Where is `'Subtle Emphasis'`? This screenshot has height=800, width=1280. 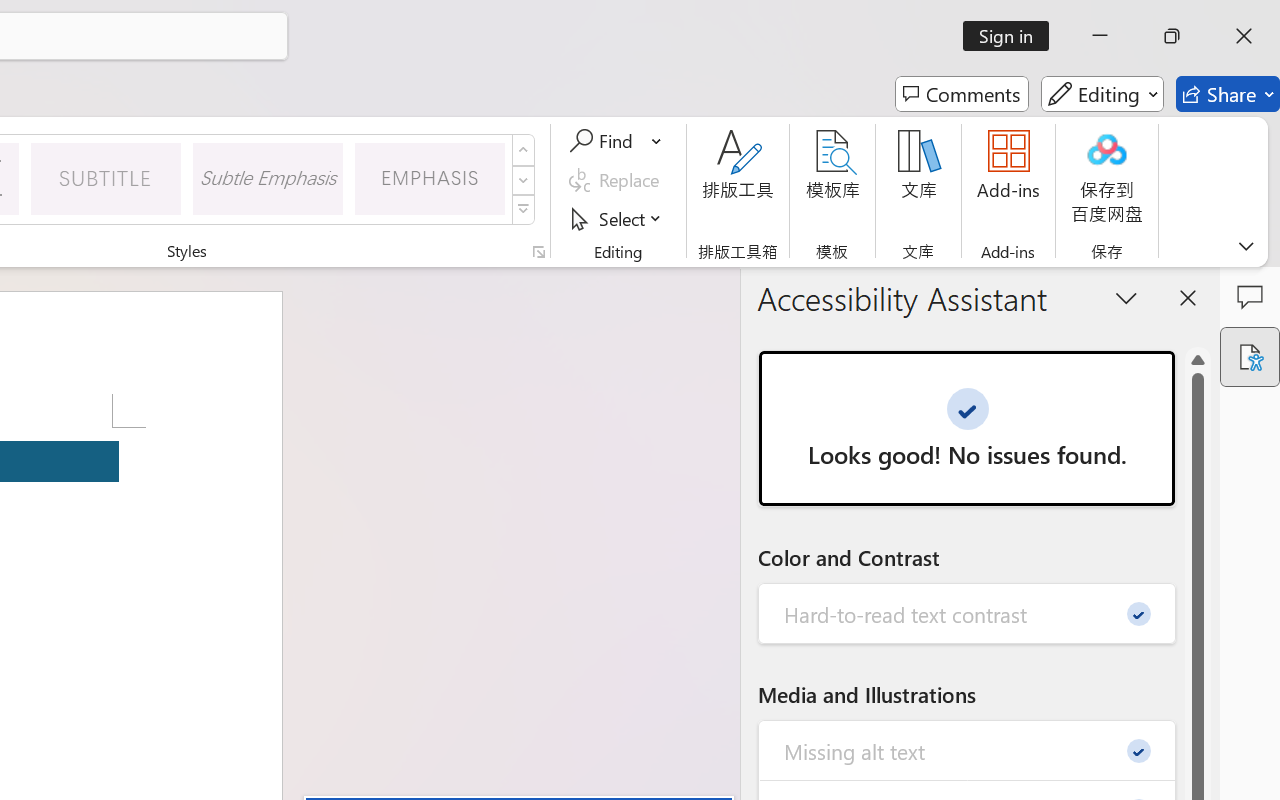 'Subtle Emphasis' is located at coordinates (267, 177).